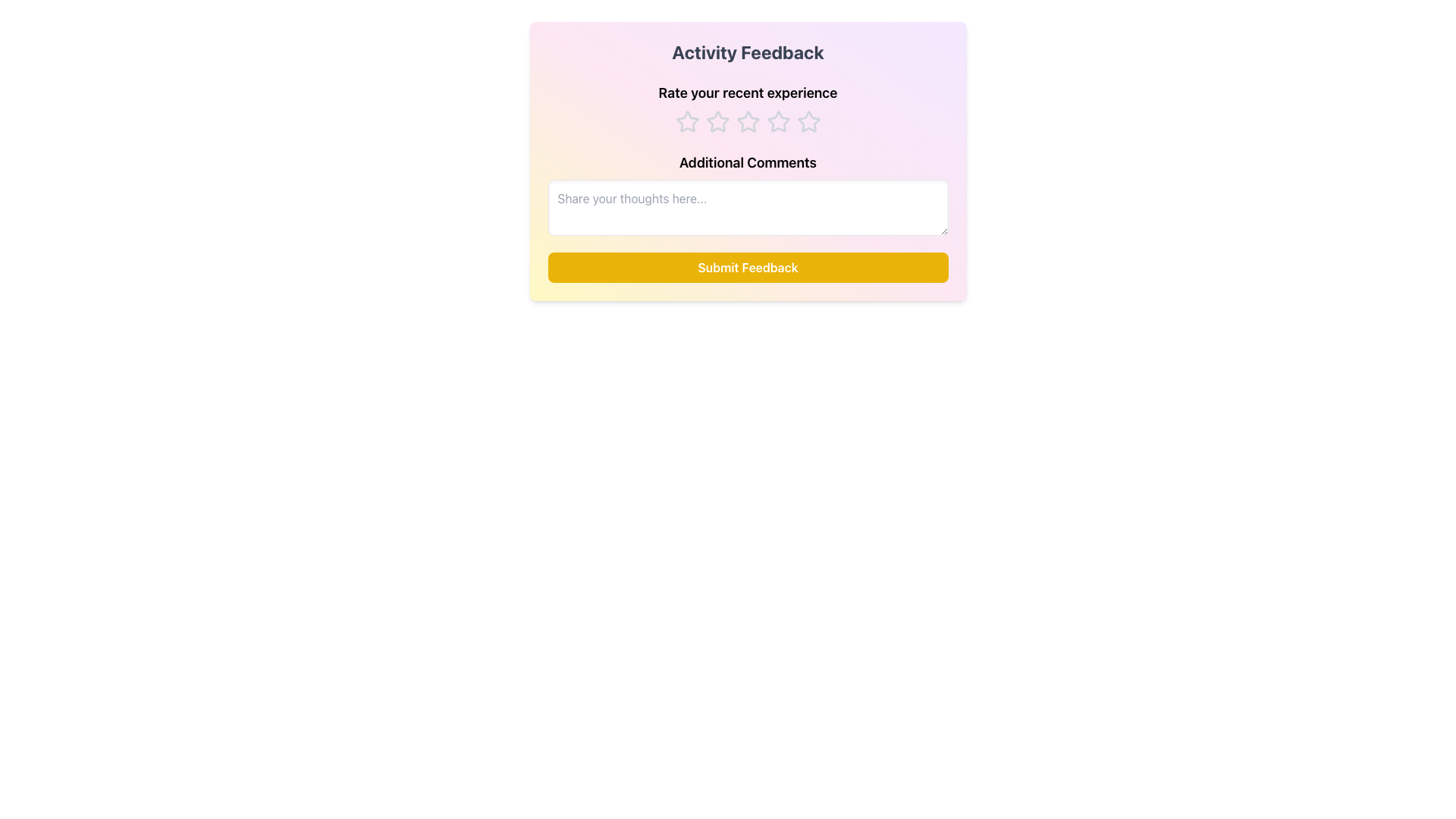  Describe the element at coordinates (748, 121) in the screenshot. I see `the fourth Rating Star Icon in the feedback modal` at that location.